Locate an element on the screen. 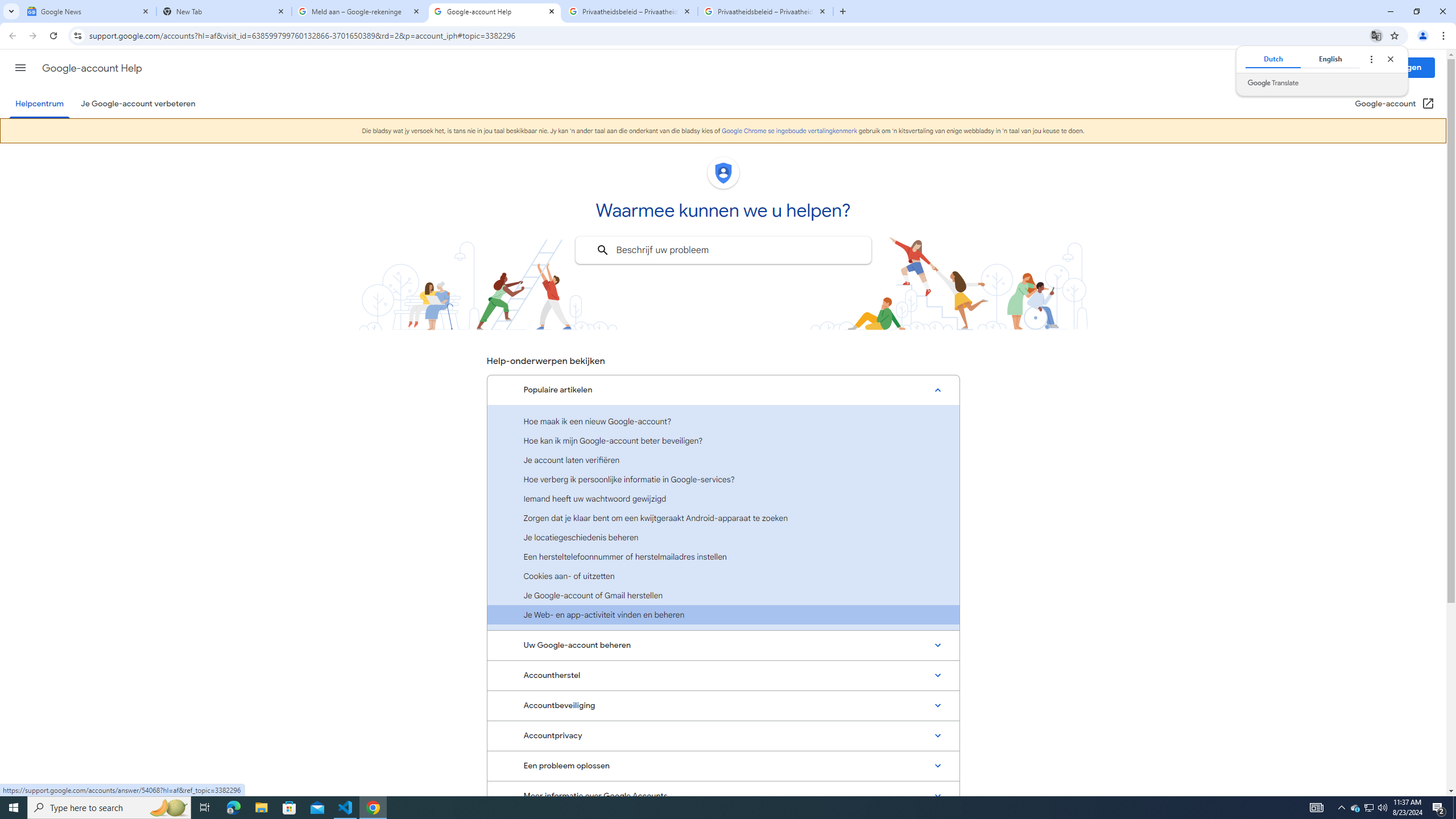  'Translate this page' is located at coordinates (1376, 35).